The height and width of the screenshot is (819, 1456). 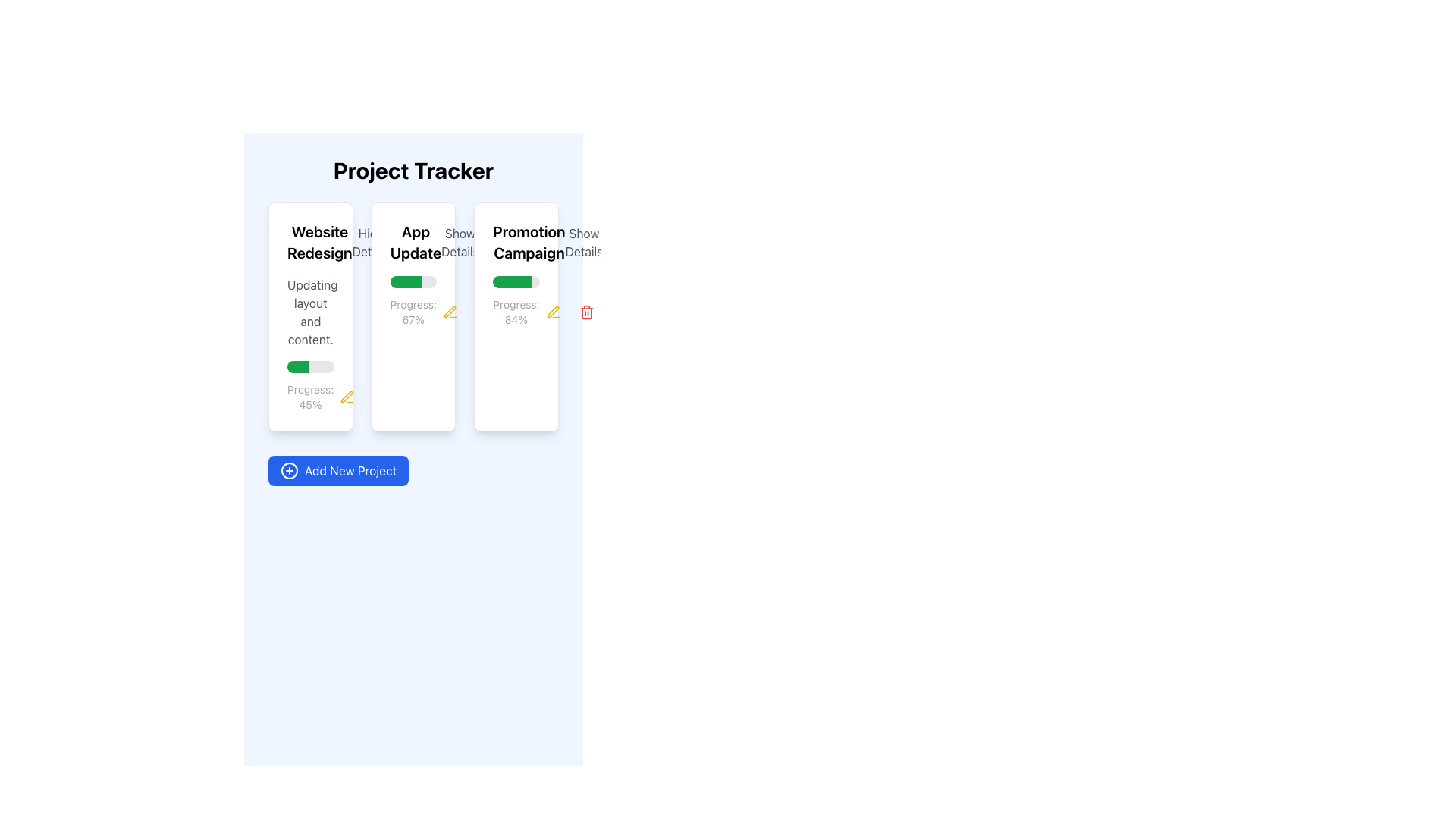 I want to click on the icons within the 'Promotion Campaign' card element for actions like edit or delete, so click(x=516, y=315).